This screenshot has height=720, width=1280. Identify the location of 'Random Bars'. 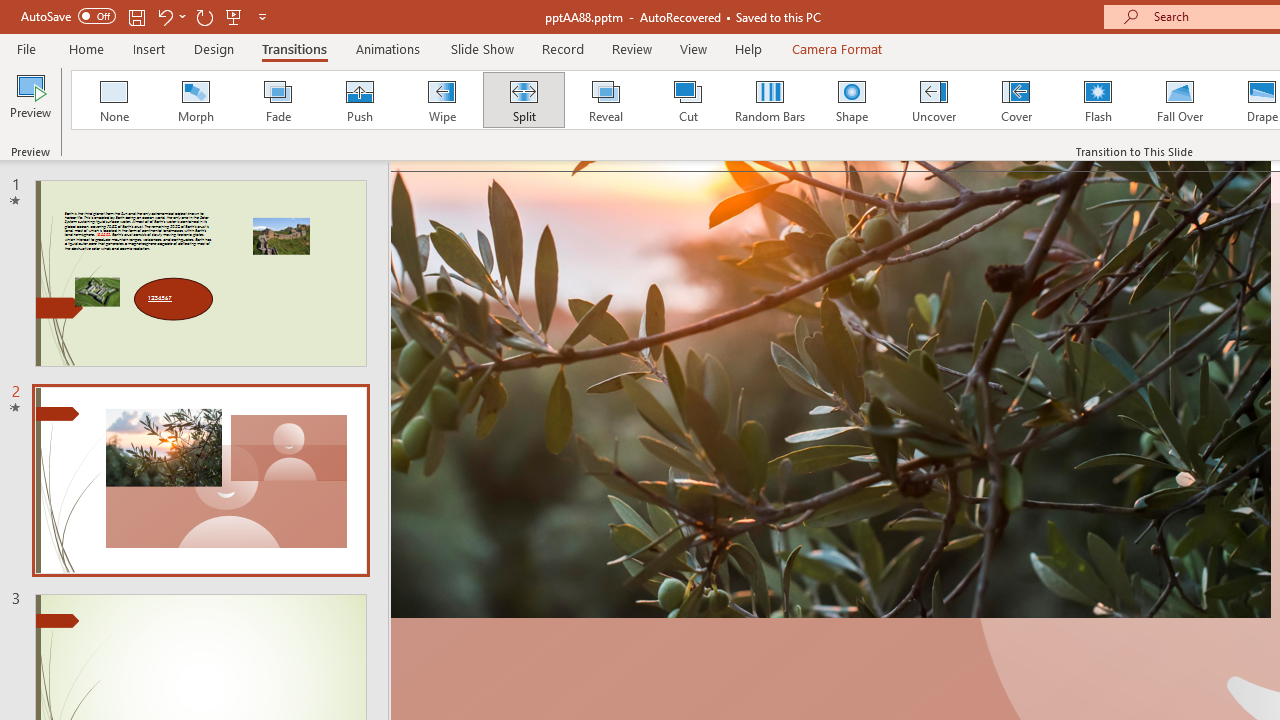
(769, 100).